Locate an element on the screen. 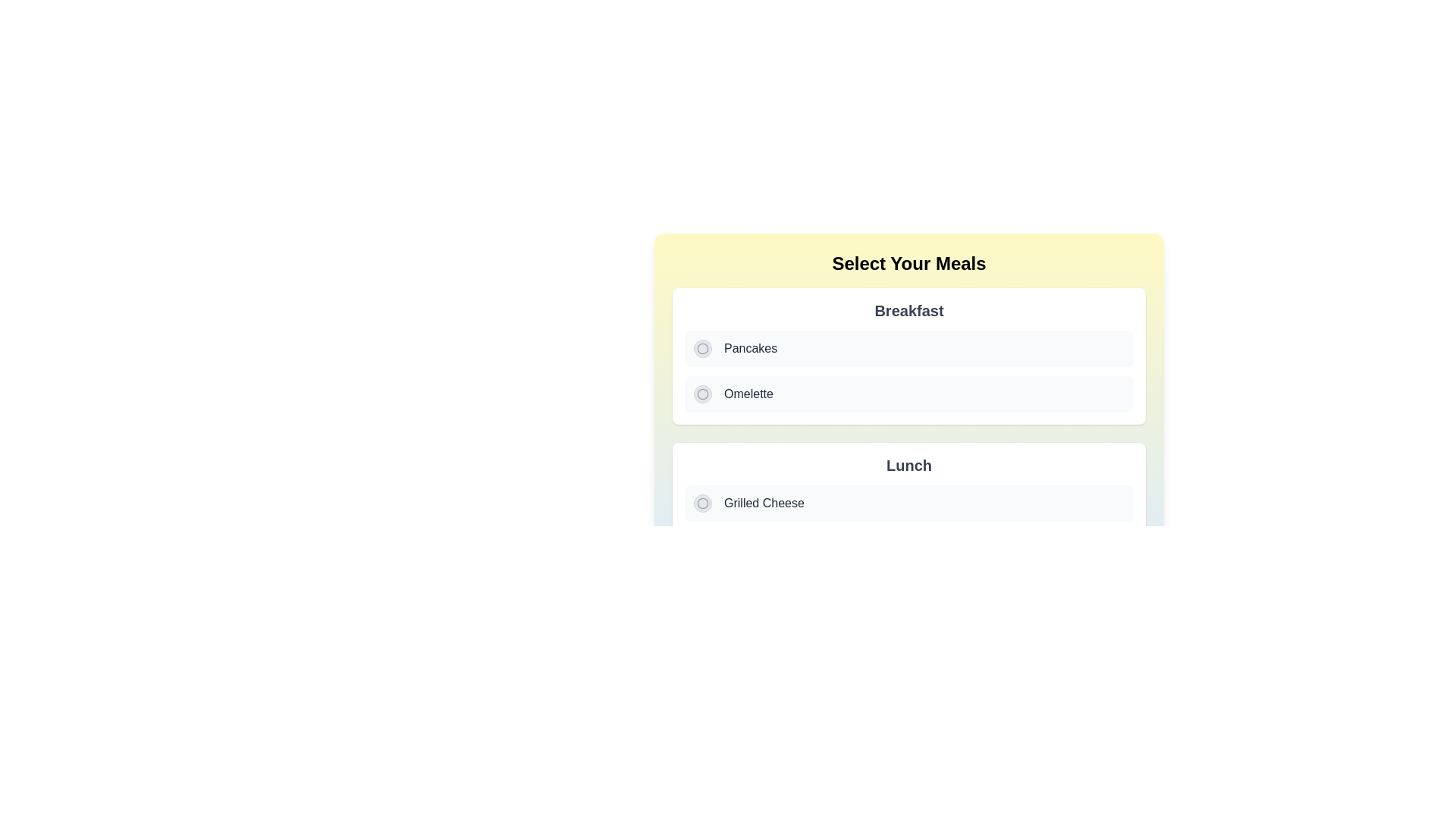 This screenshot has width=1456, height=819. the unselected radio button for the 'Pancakes' option in the 'Breakfast' section is located at coordinates (701, 348).